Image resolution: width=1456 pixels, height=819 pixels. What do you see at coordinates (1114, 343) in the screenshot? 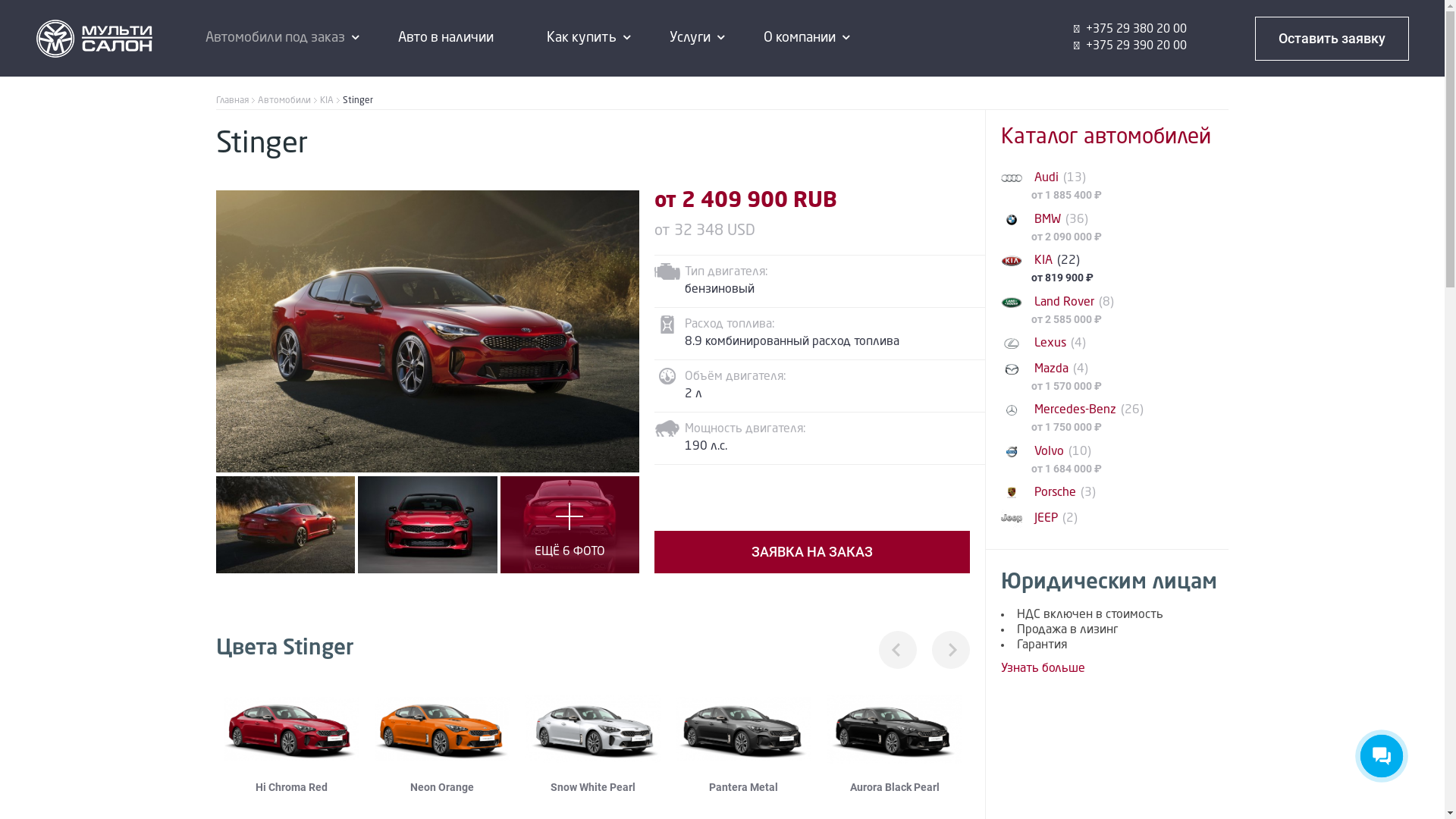
I see `'Lexus (4)'` at bounding box center [1114, 343].